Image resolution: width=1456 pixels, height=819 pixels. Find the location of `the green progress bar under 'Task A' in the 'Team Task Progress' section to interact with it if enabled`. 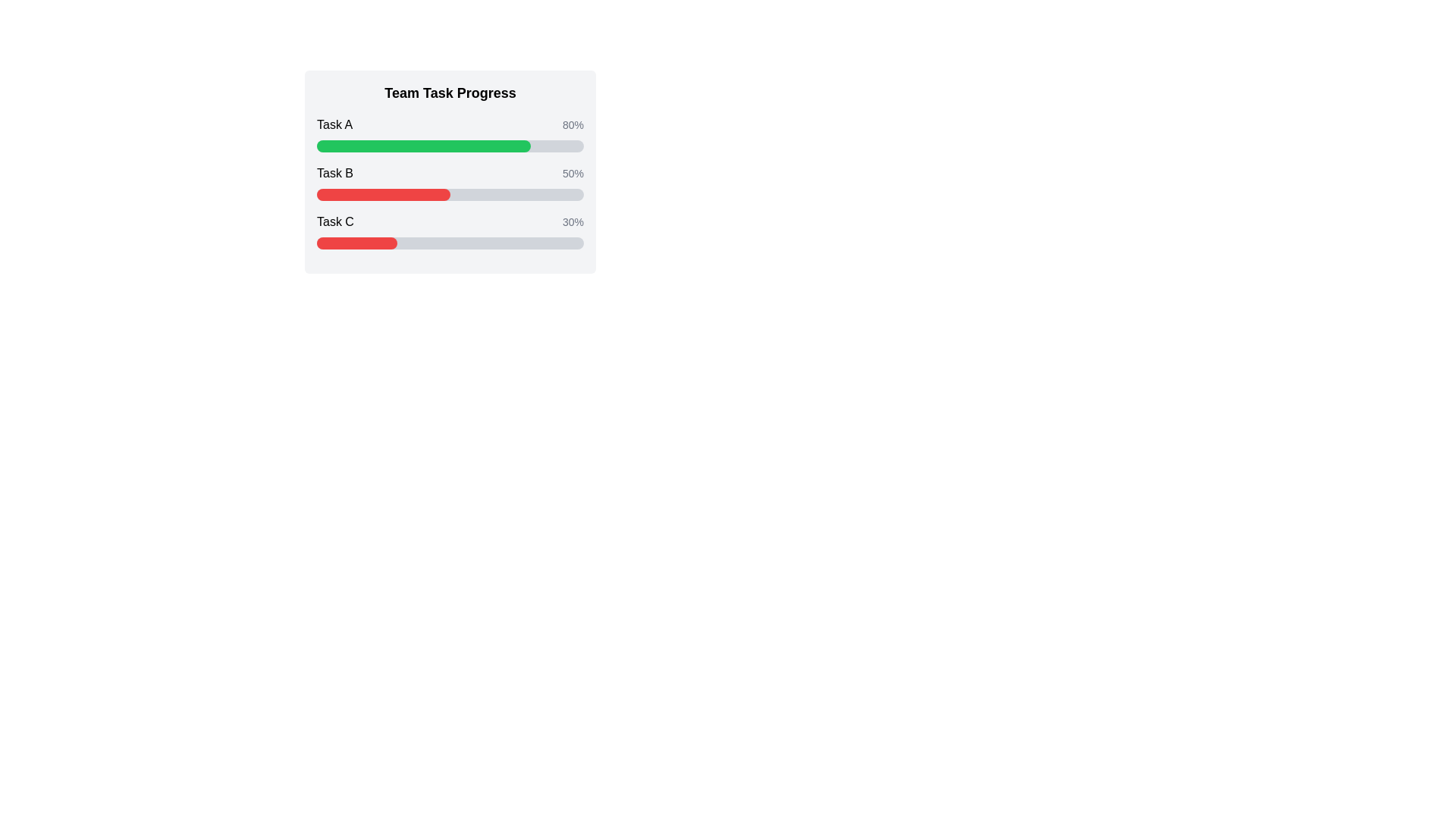

the green progress bar under 'Task A' in the 'Team Task Progress' section to interact with it if enabled is located at coordinates (423, 146).